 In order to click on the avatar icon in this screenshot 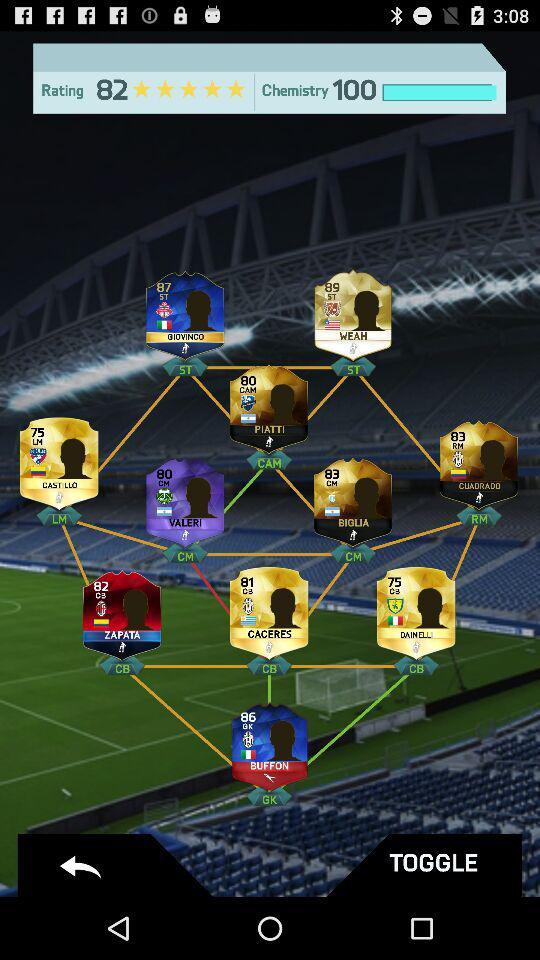, I will do `click(478, 491)`.